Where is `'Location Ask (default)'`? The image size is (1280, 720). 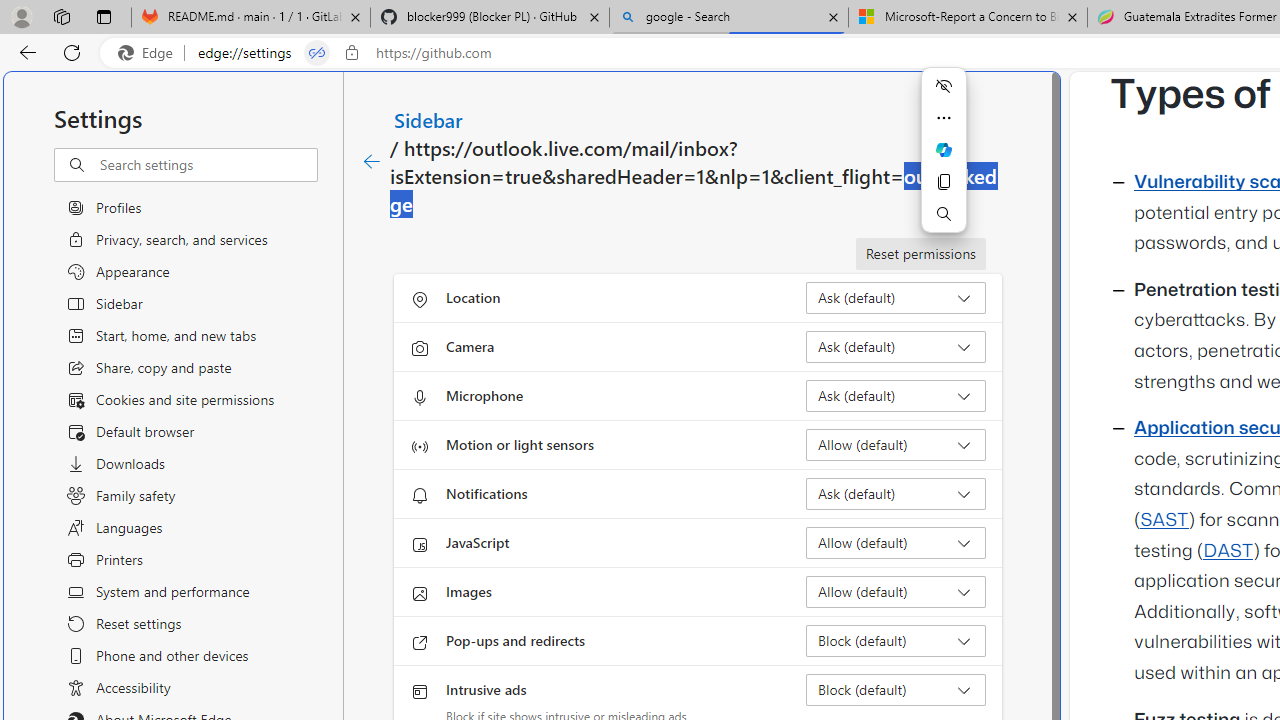 'Location Ask (default)' is located at coordinates (895, 298).